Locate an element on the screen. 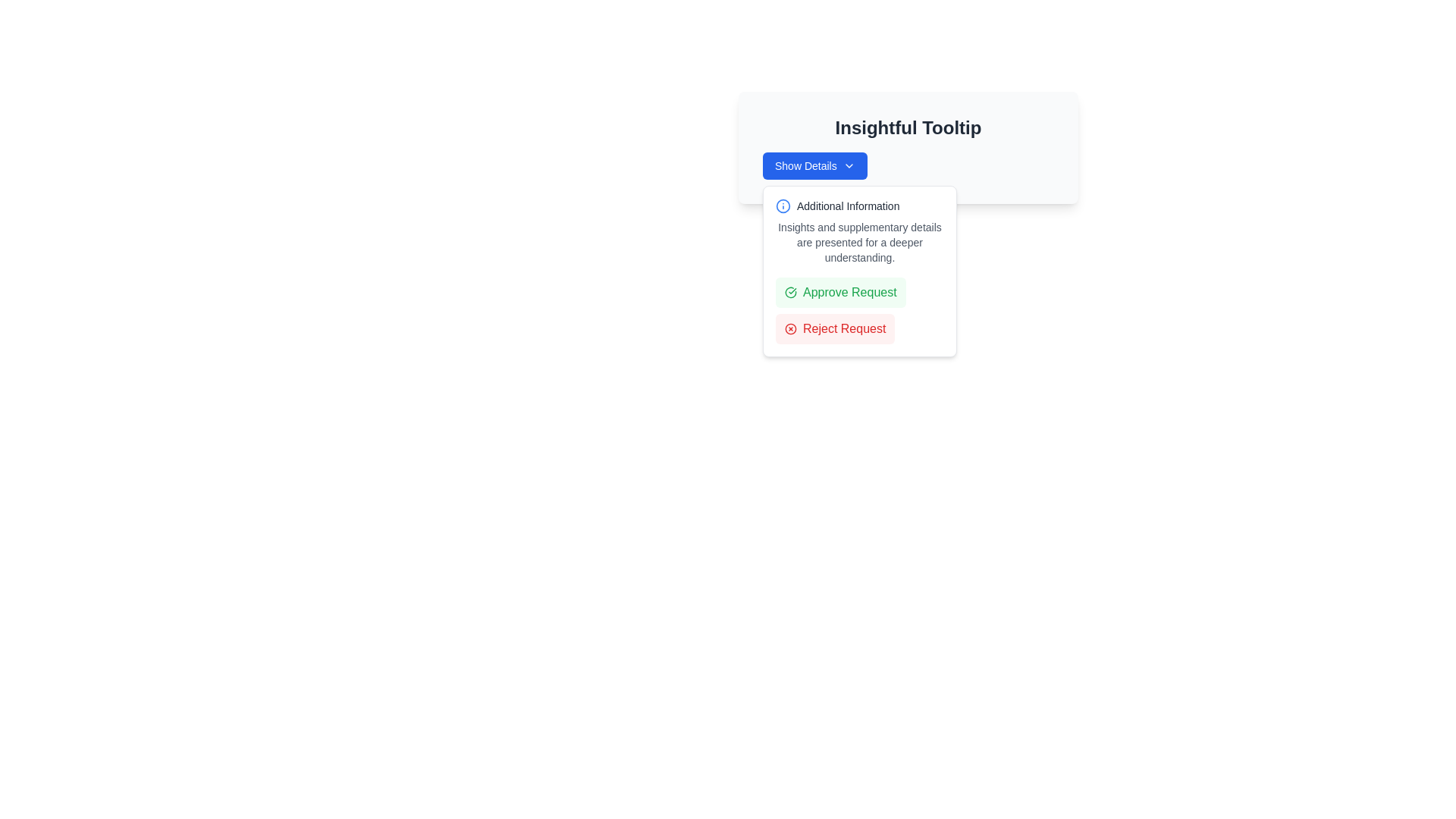 The width and height of the screenshot is (1456, 819). the 'Approve Request' or 'Reject Request' button inside the 'Additional Information' tooltip is located at coordinates (859, 271).